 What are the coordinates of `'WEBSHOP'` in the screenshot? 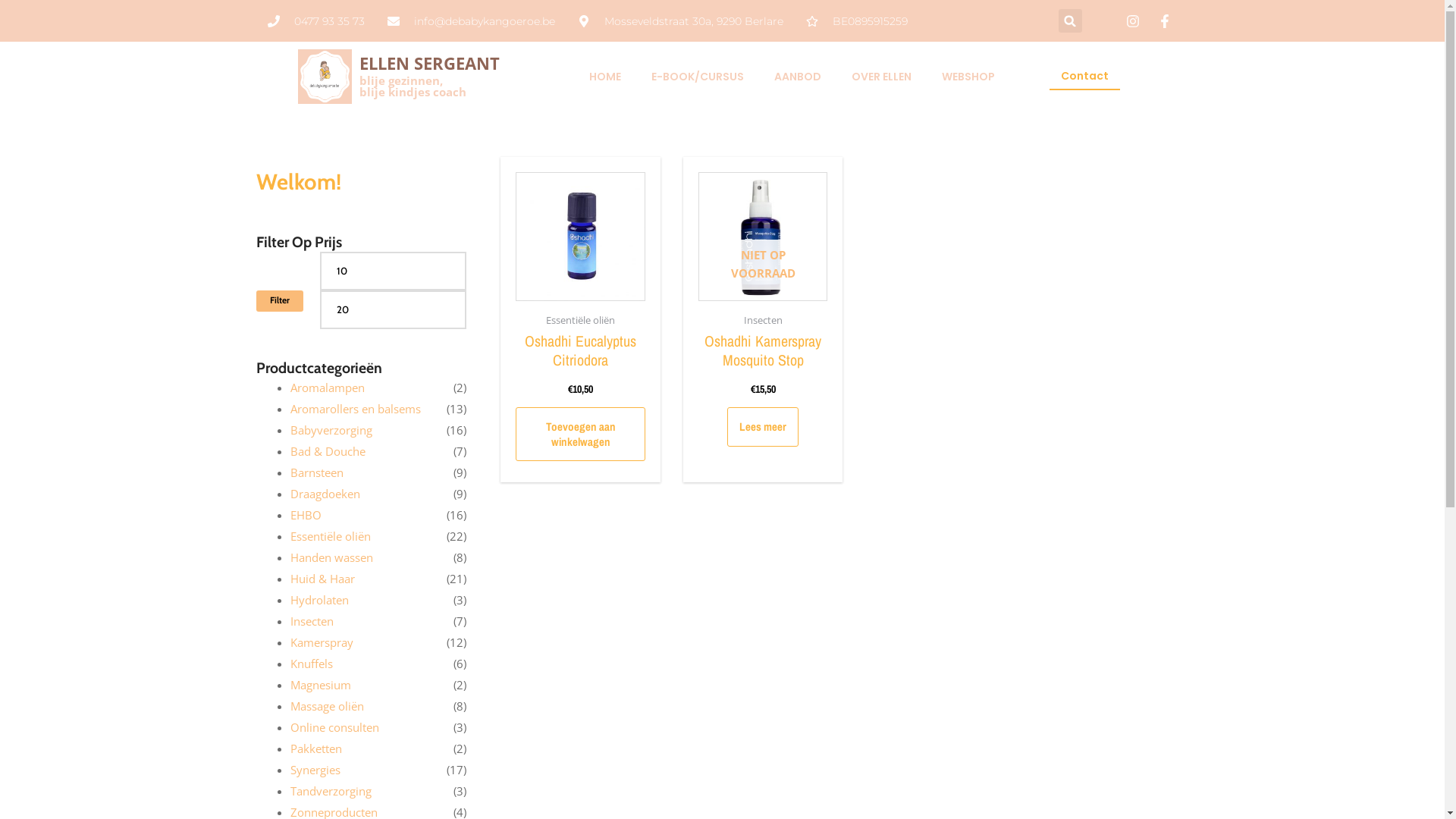 It's located at (967, 76).